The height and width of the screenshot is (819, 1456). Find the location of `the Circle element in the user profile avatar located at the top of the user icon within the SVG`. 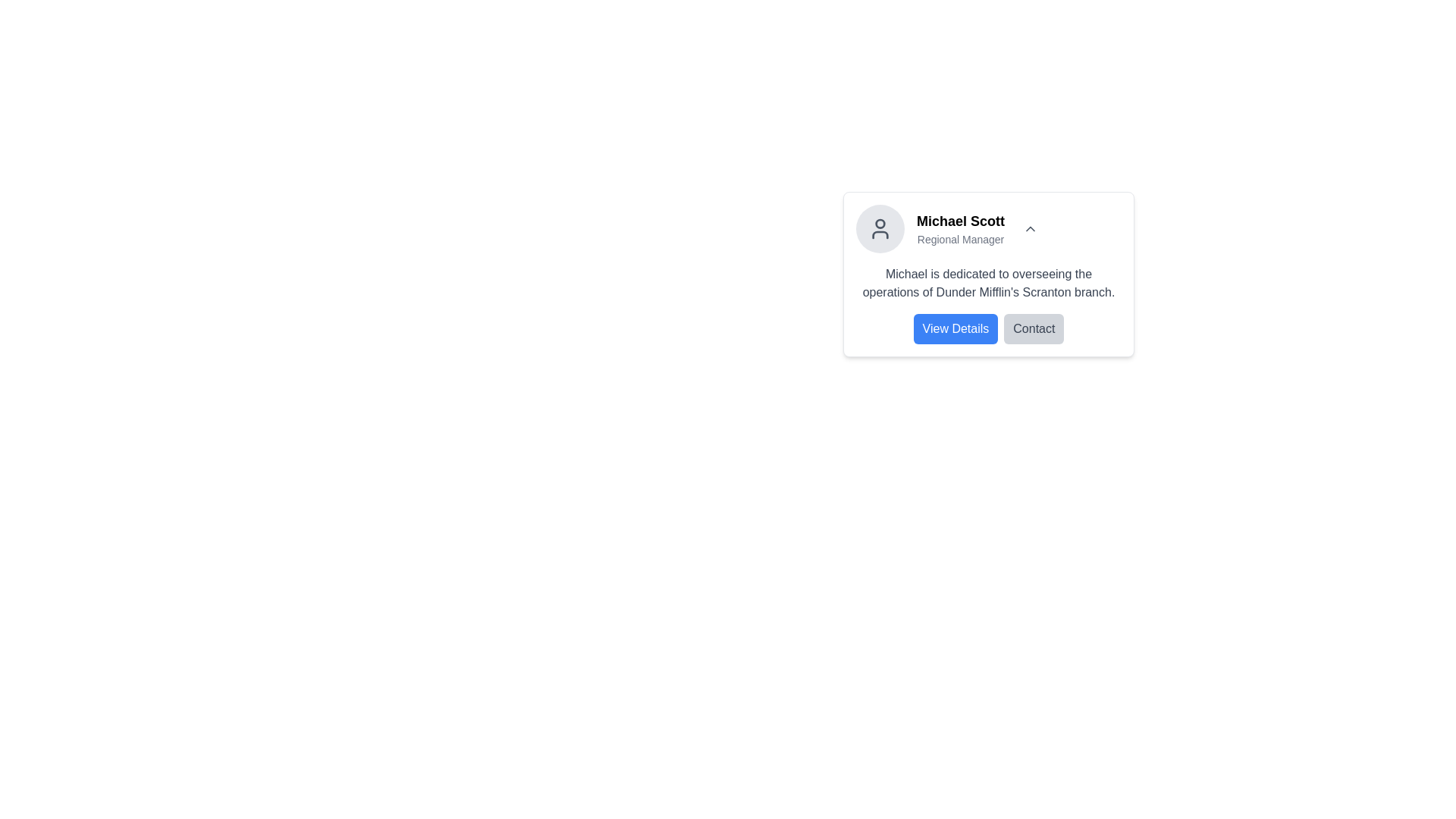

the Circle element in the user profile avatar located at the top of the user icon within the SVG is located at coordinates (880, 223).